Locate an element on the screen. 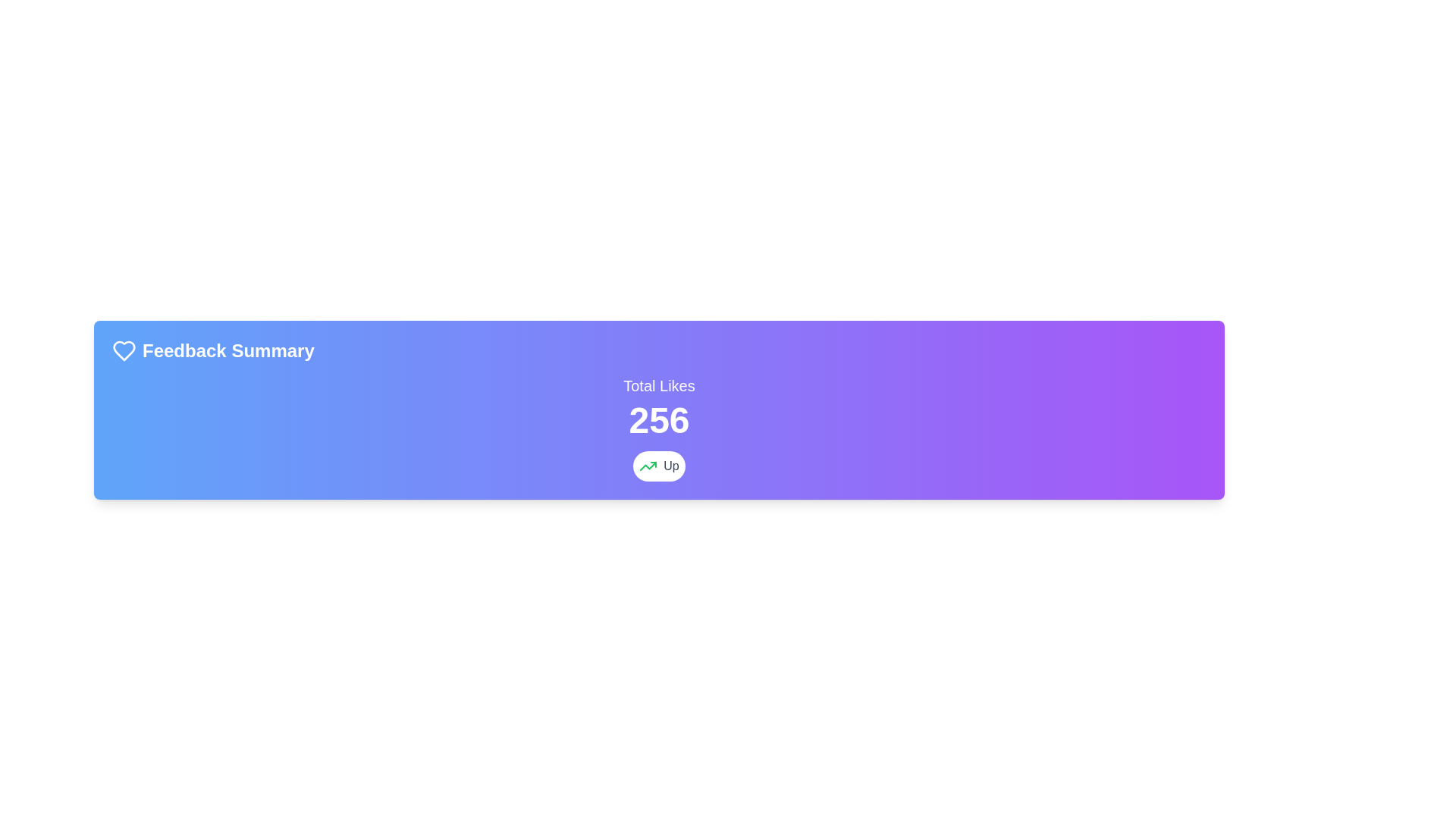  the heart icon is located at coordinates (124, 350).